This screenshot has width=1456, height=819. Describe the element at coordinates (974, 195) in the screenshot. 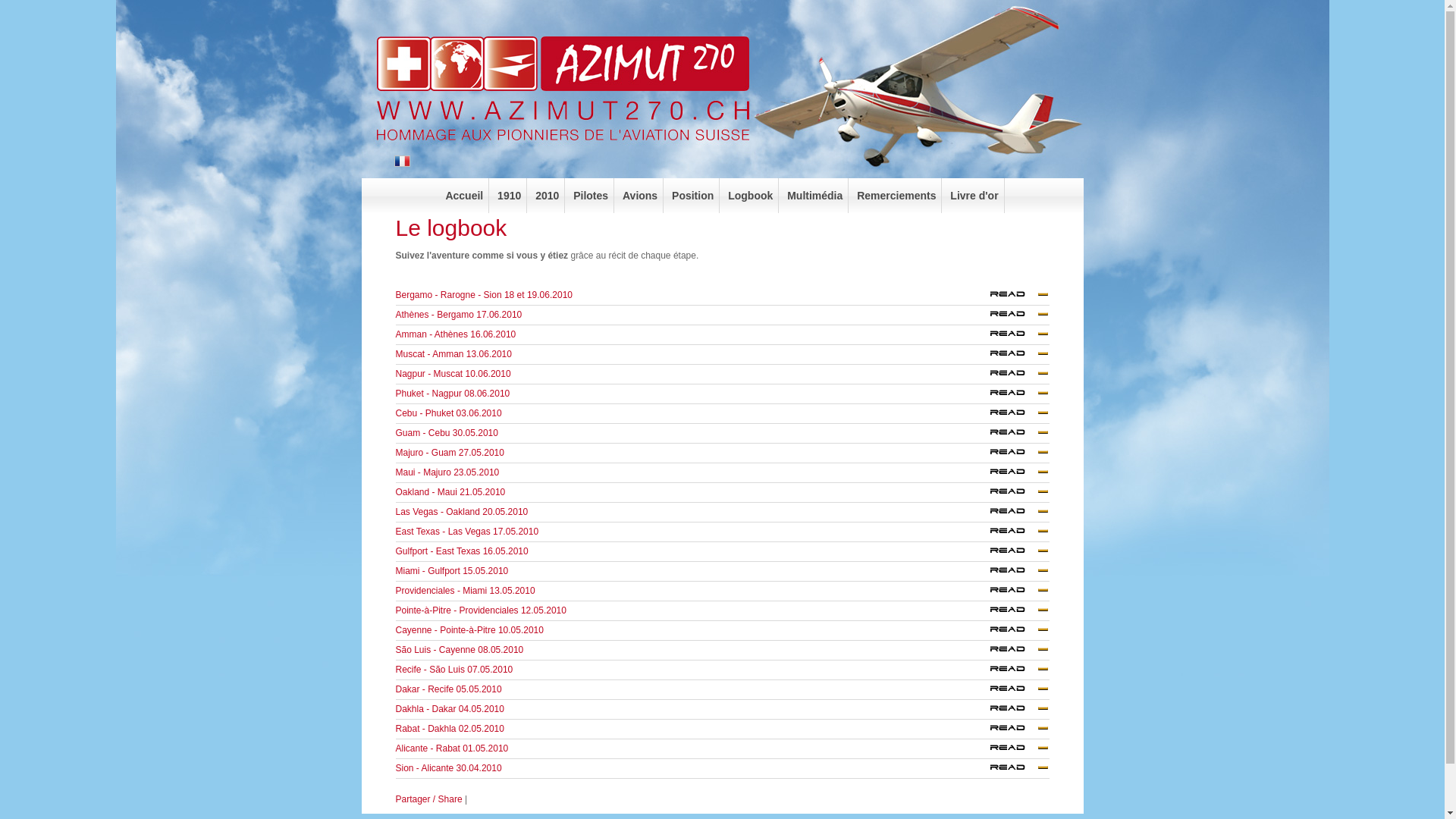

I see `'Livre d'or'` at that location.